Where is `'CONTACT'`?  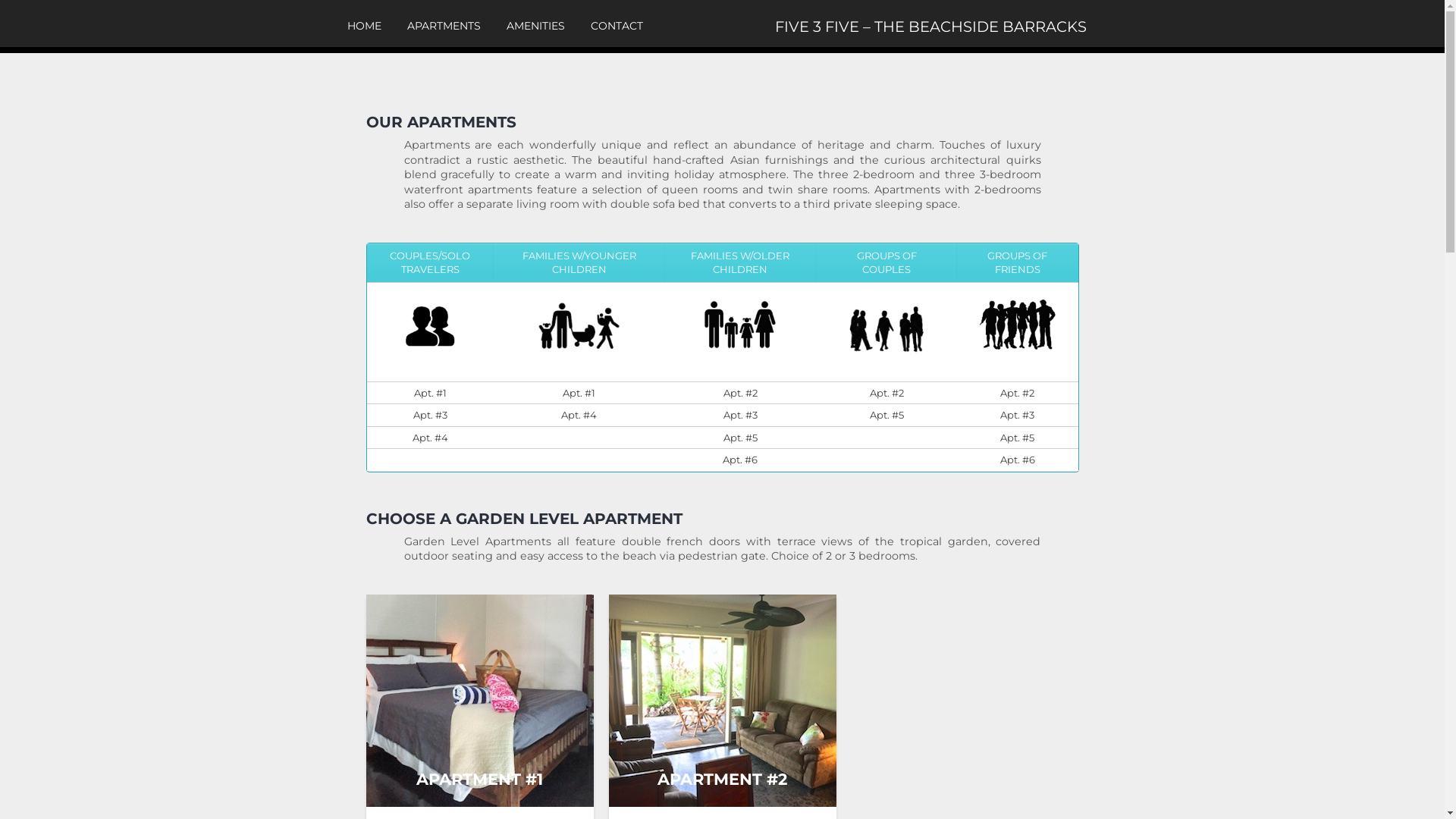 'CONTACT' is located at coordinates (616, 26).